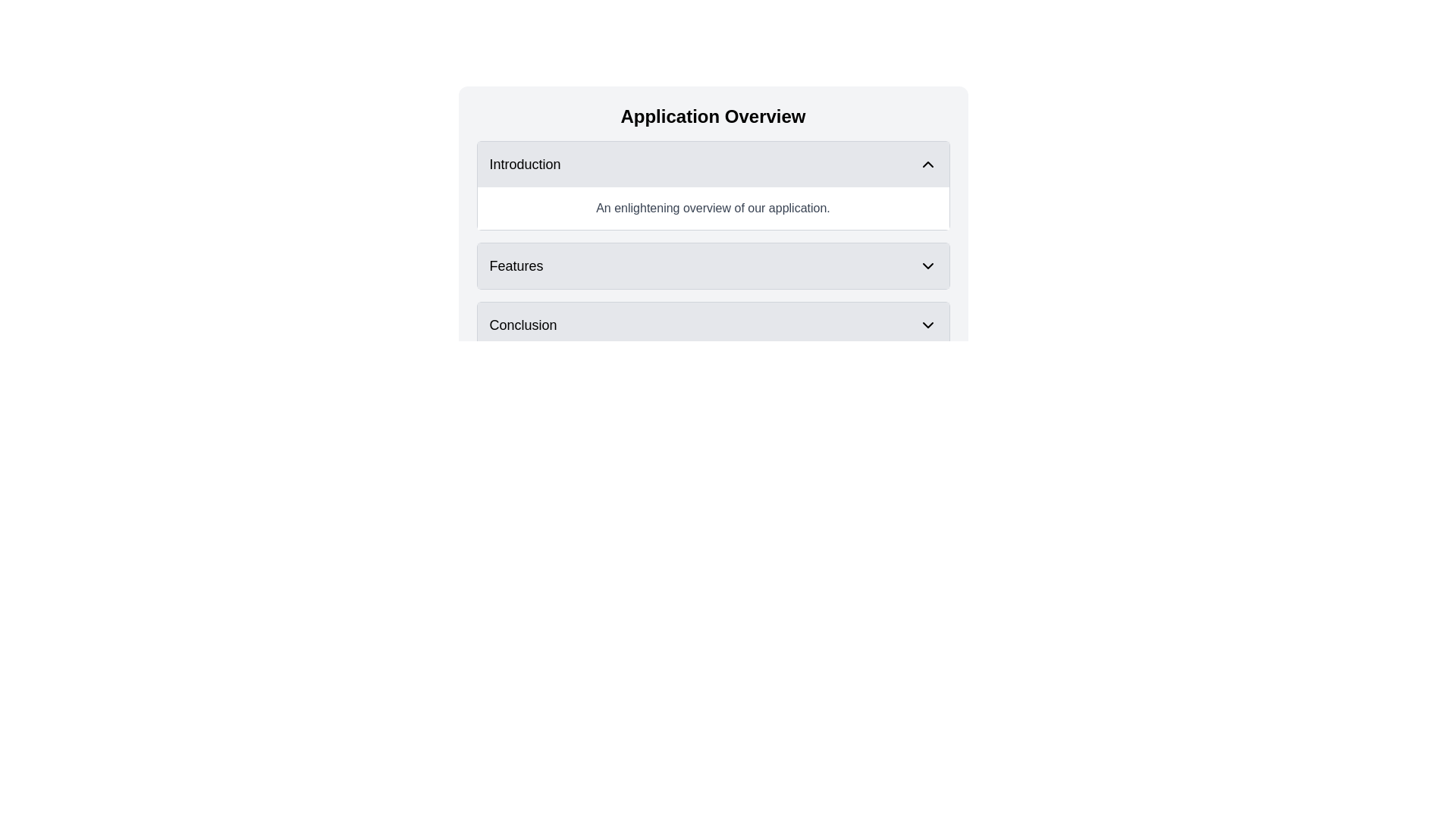 The height and width of the screenshot is (819, 1456). What do you see at coordinates (712, 208) in the screenshot?
I see `the static descriptive text located under the 'Introduction' header in the accordion-style component, which provides an overview of the application` at bounding box center [712, 208].